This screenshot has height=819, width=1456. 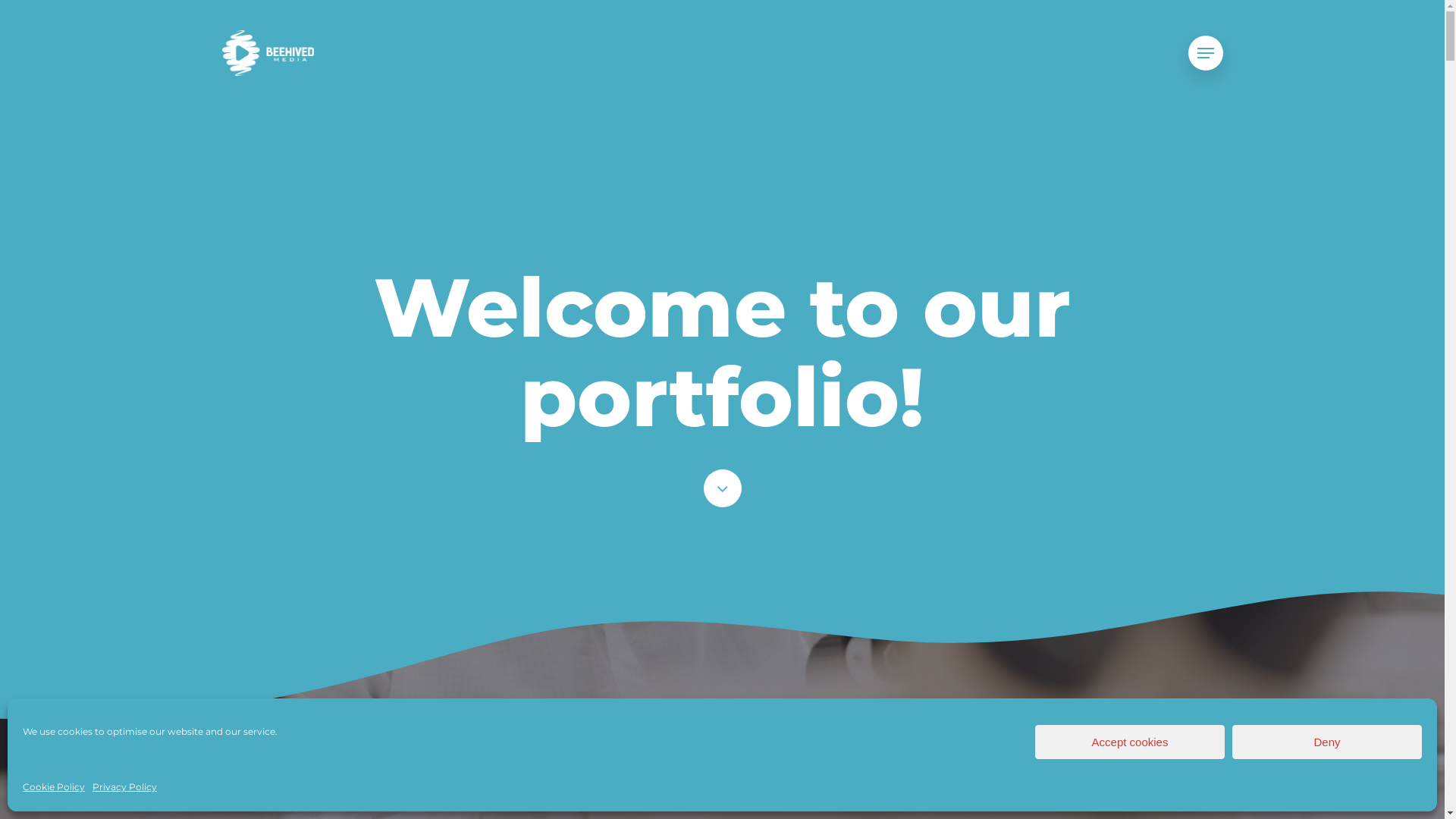 What do you see at coordinates (1186, 52) in the screenshot?
I see `'Menu'` at bounding box center [1186, 52].